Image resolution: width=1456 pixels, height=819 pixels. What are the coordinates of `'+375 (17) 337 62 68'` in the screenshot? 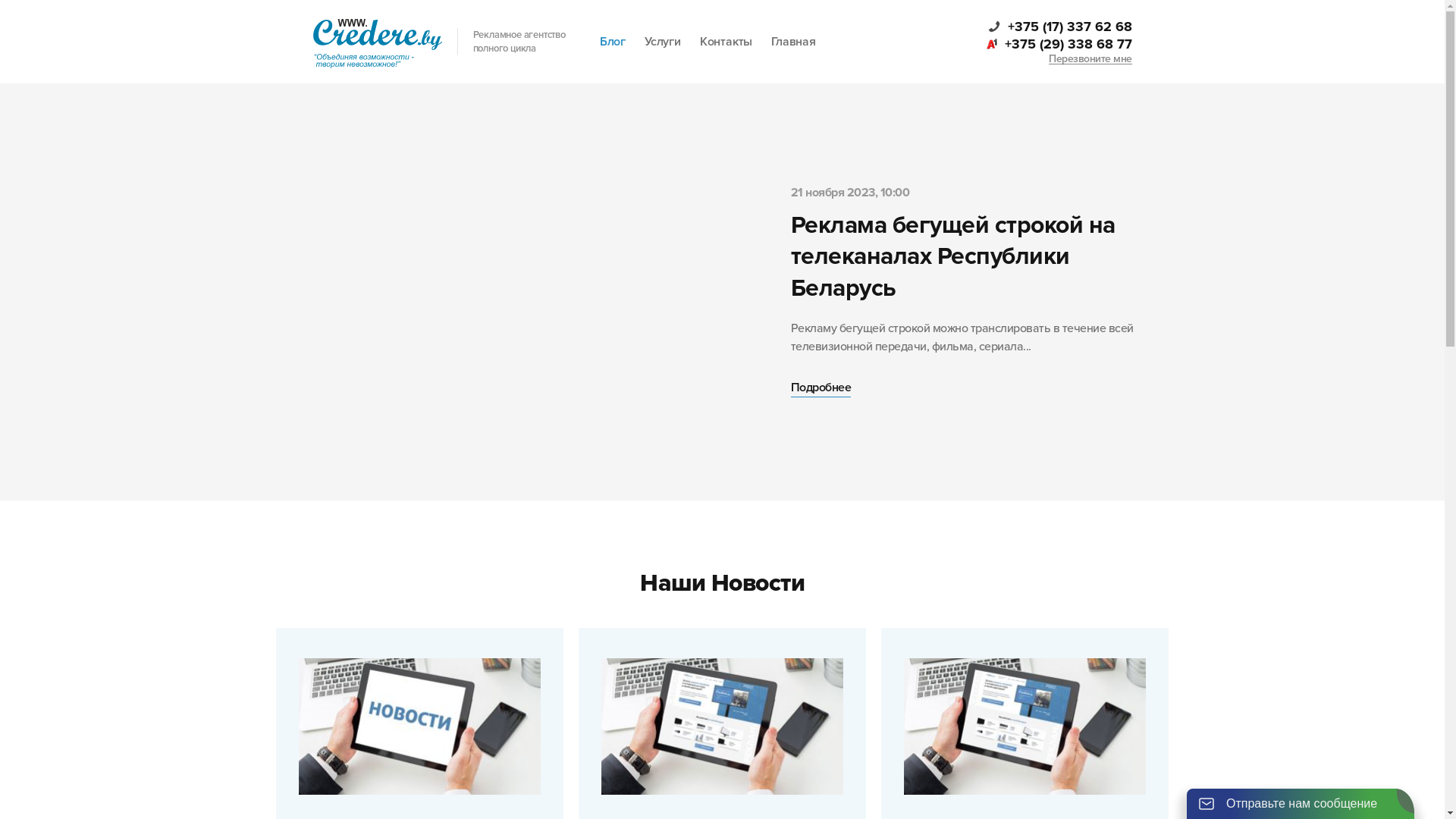 It's located at (1058, 26).